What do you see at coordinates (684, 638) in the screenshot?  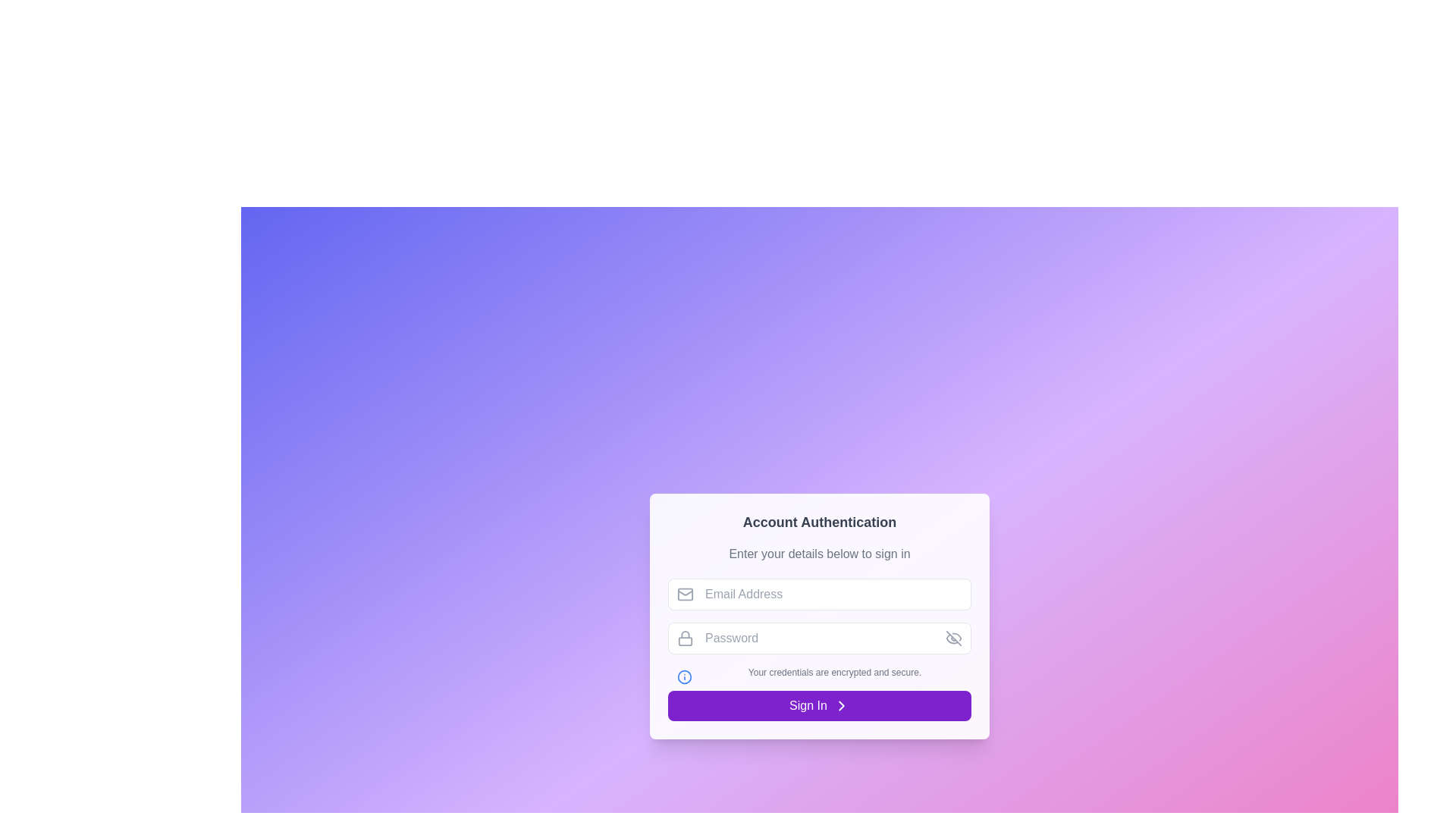 I see `the decorative lock icon that represents the secure nature of the password input field, positioned towards the left edge and vertically centered` at bounding box center [684, 638].